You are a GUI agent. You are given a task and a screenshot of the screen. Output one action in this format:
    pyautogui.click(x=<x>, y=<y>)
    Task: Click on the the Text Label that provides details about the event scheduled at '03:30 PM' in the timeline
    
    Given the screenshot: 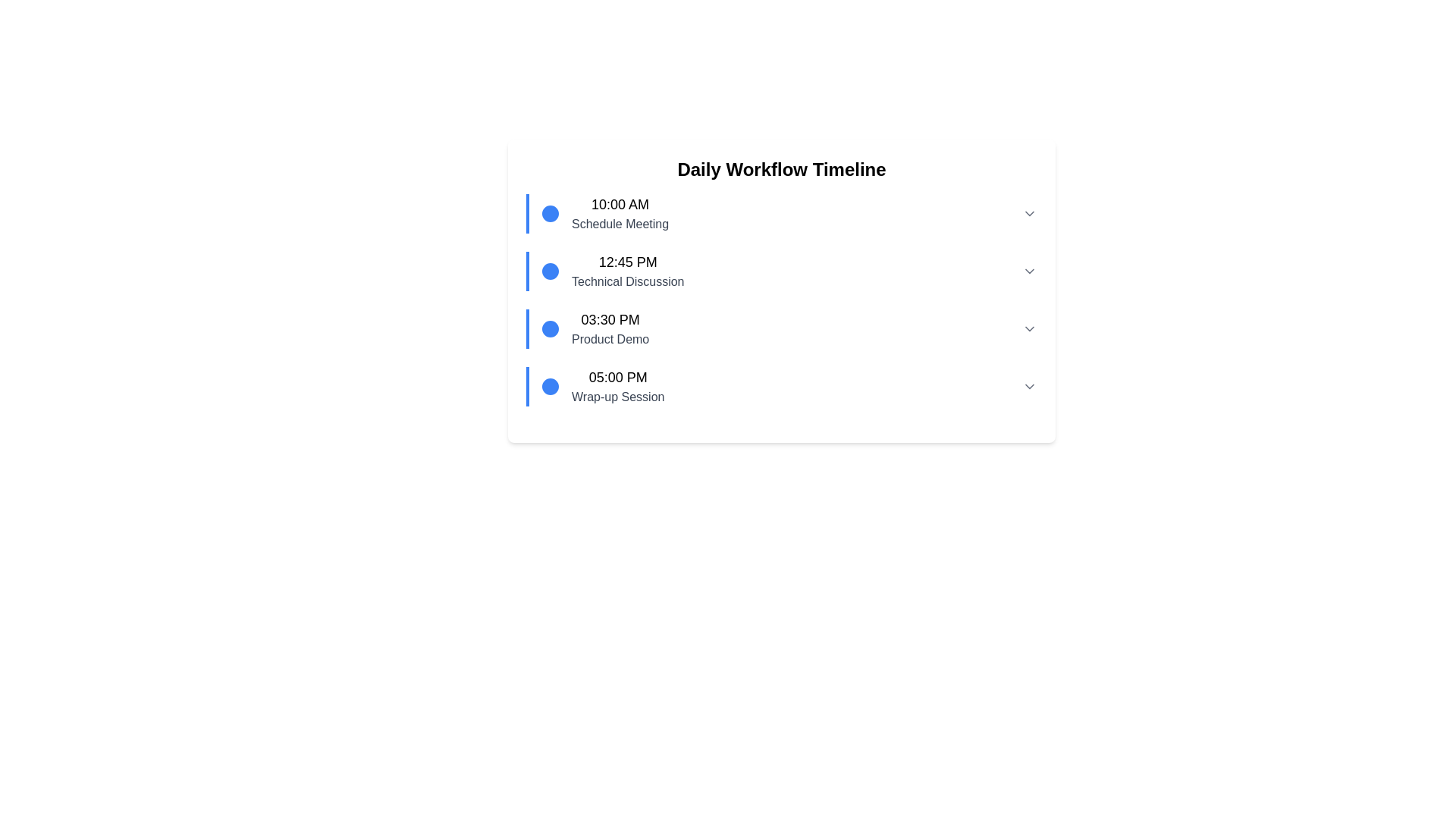 What is the action you would take?
    pyautogui.click(x=610, y=338)
    